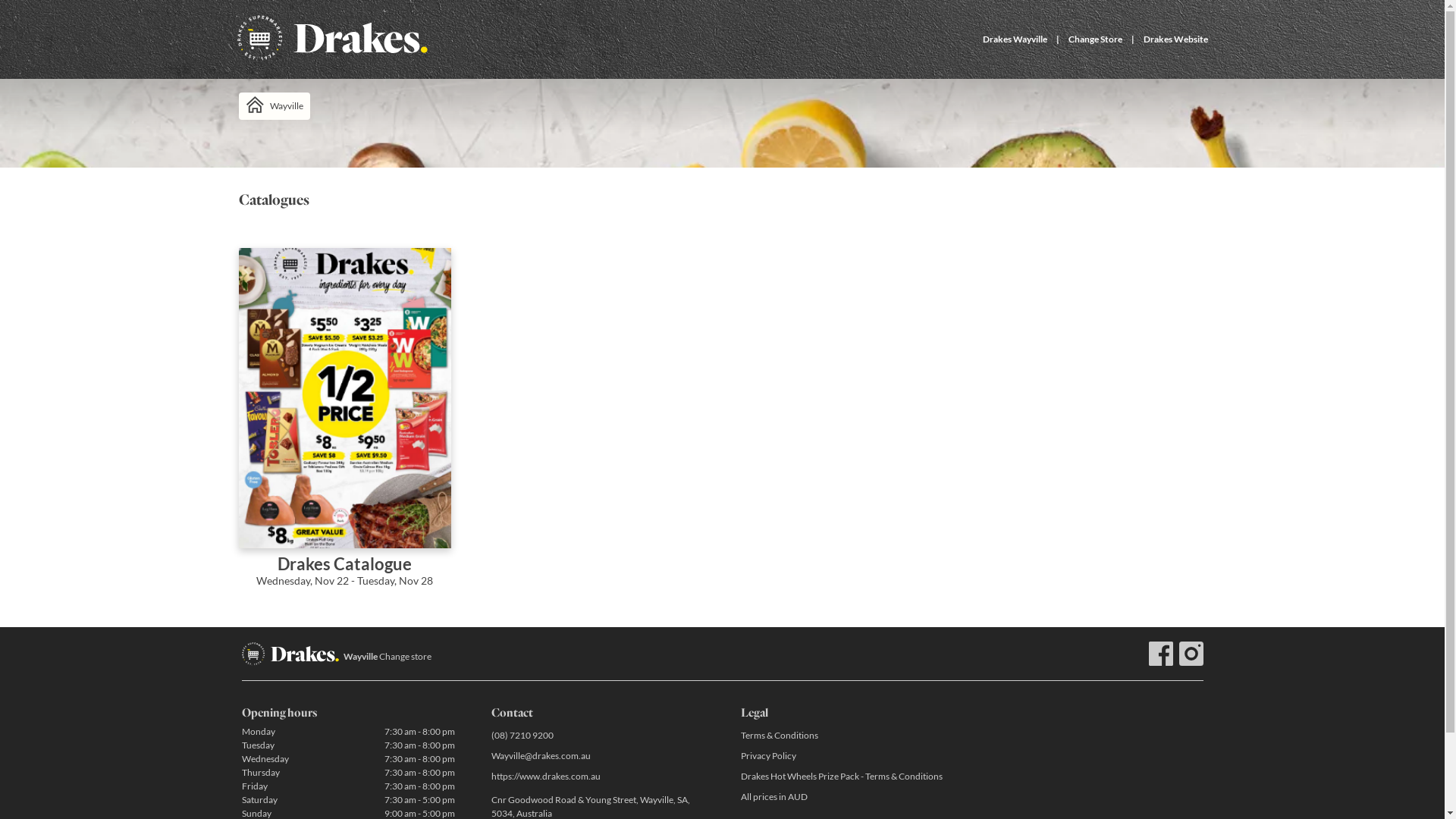  What do you see at coordinates (344, 428) in the screenshot?
I see `'Drakes Catalogue` at bounding box center [344, 428].